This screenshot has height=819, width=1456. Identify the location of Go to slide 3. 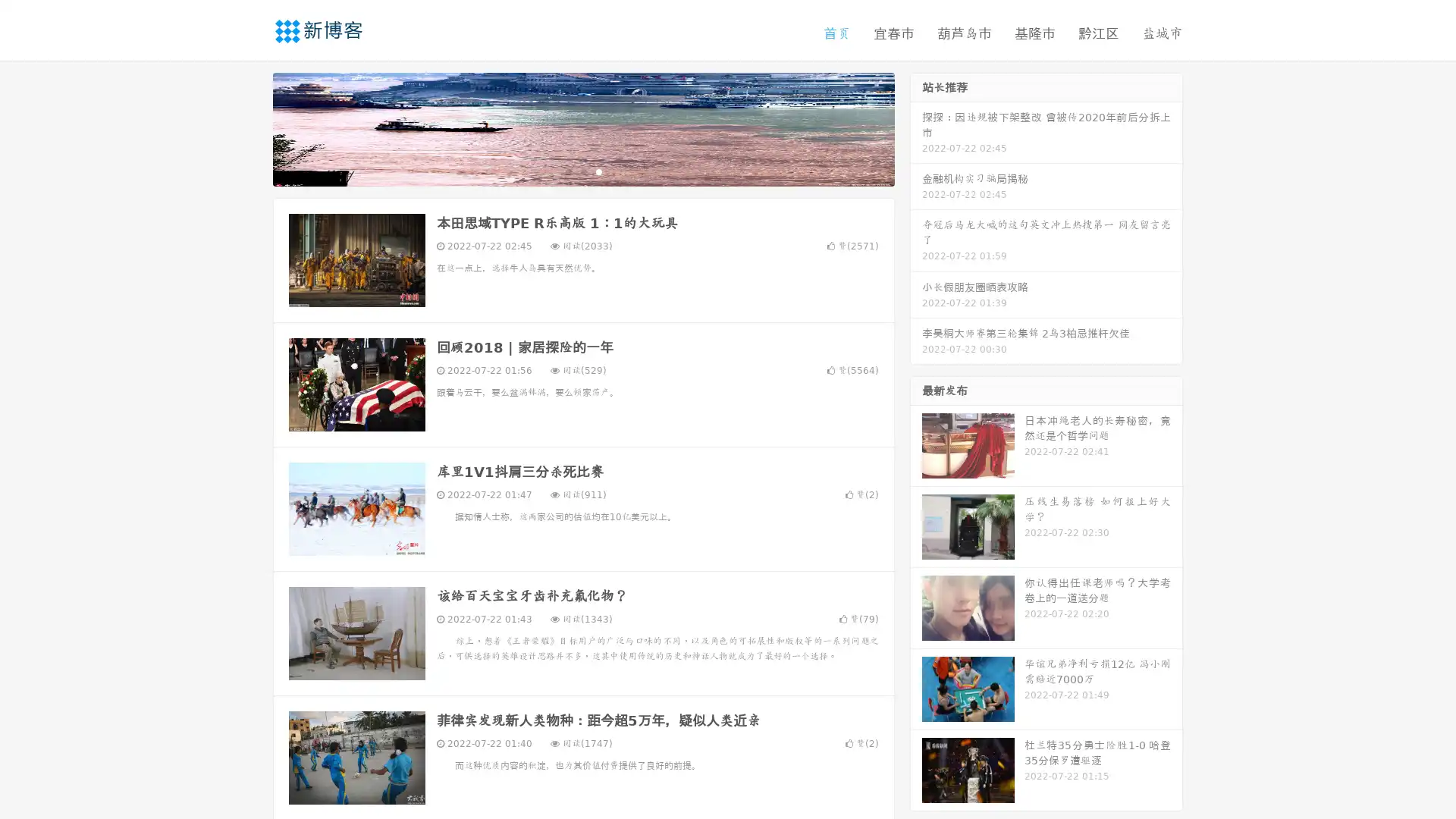
(598, 171).